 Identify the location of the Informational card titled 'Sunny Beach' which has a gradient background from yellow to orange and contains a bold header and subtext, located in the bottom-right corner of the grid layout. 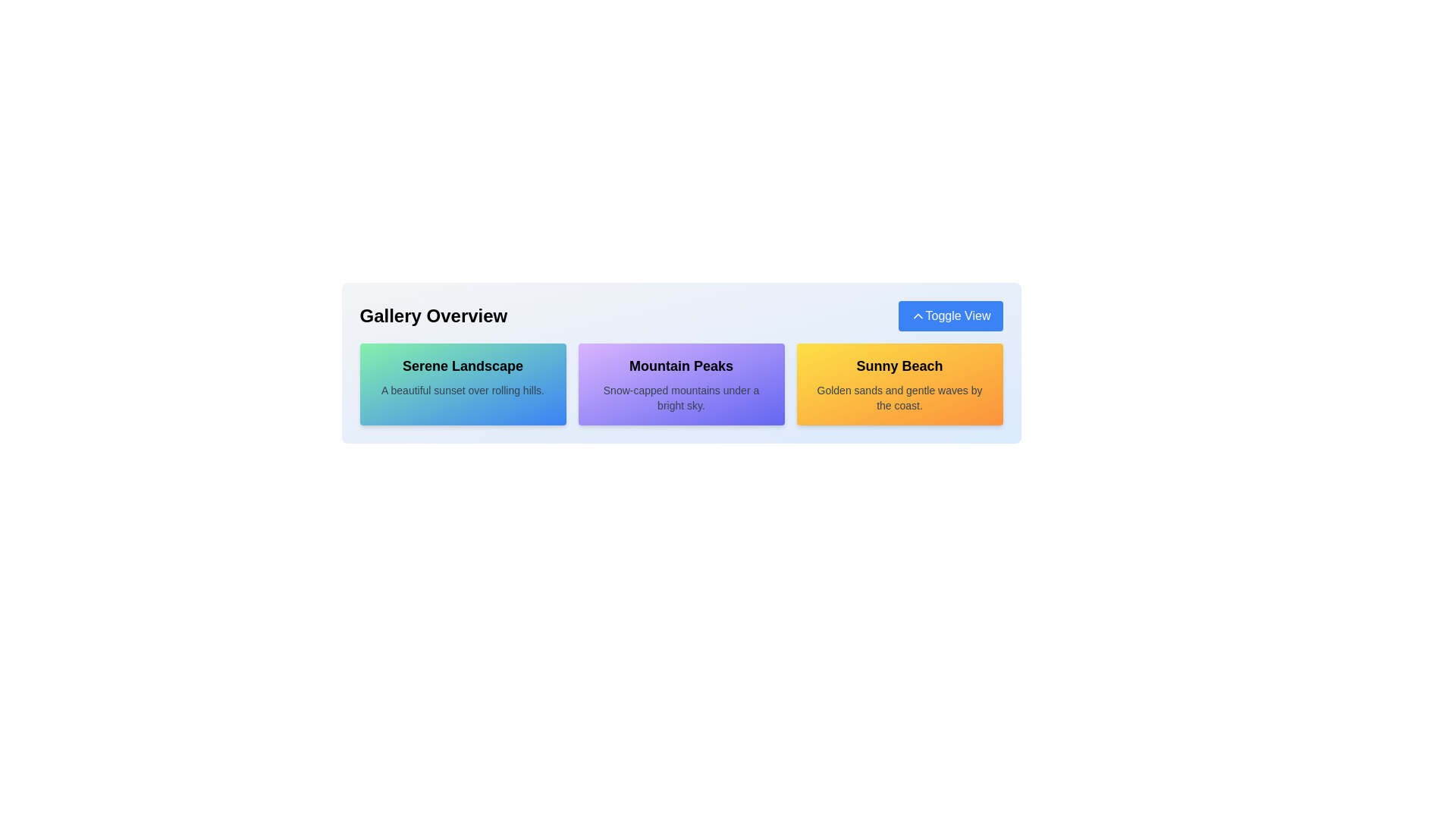
(899, 383).